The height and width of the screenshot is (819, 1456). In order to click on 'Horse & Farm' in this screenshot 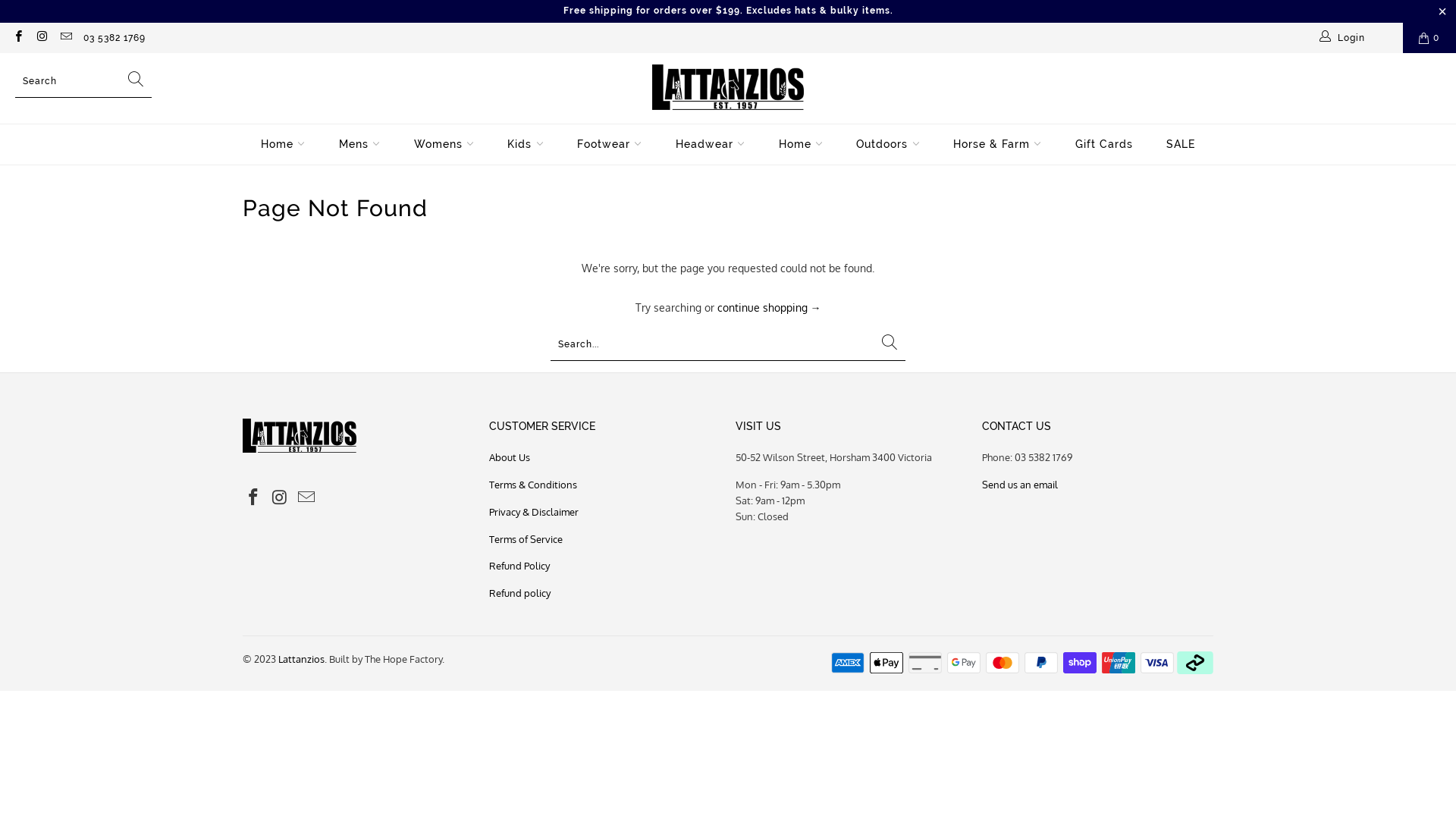, I will do `click(997, 144)`.